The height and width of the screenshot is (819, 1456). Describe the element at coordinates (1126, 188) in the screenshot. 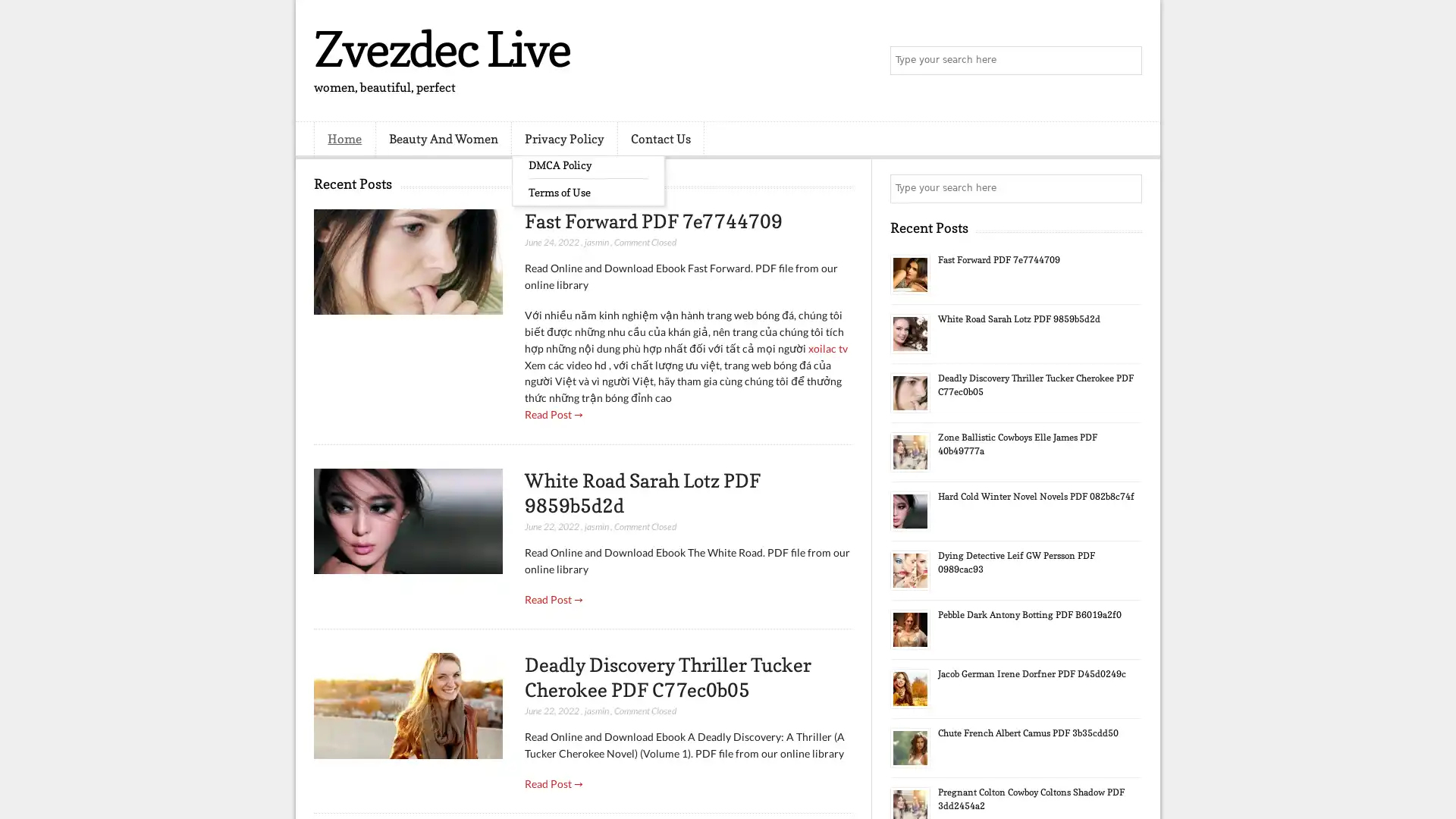

I see `Search` at that location.